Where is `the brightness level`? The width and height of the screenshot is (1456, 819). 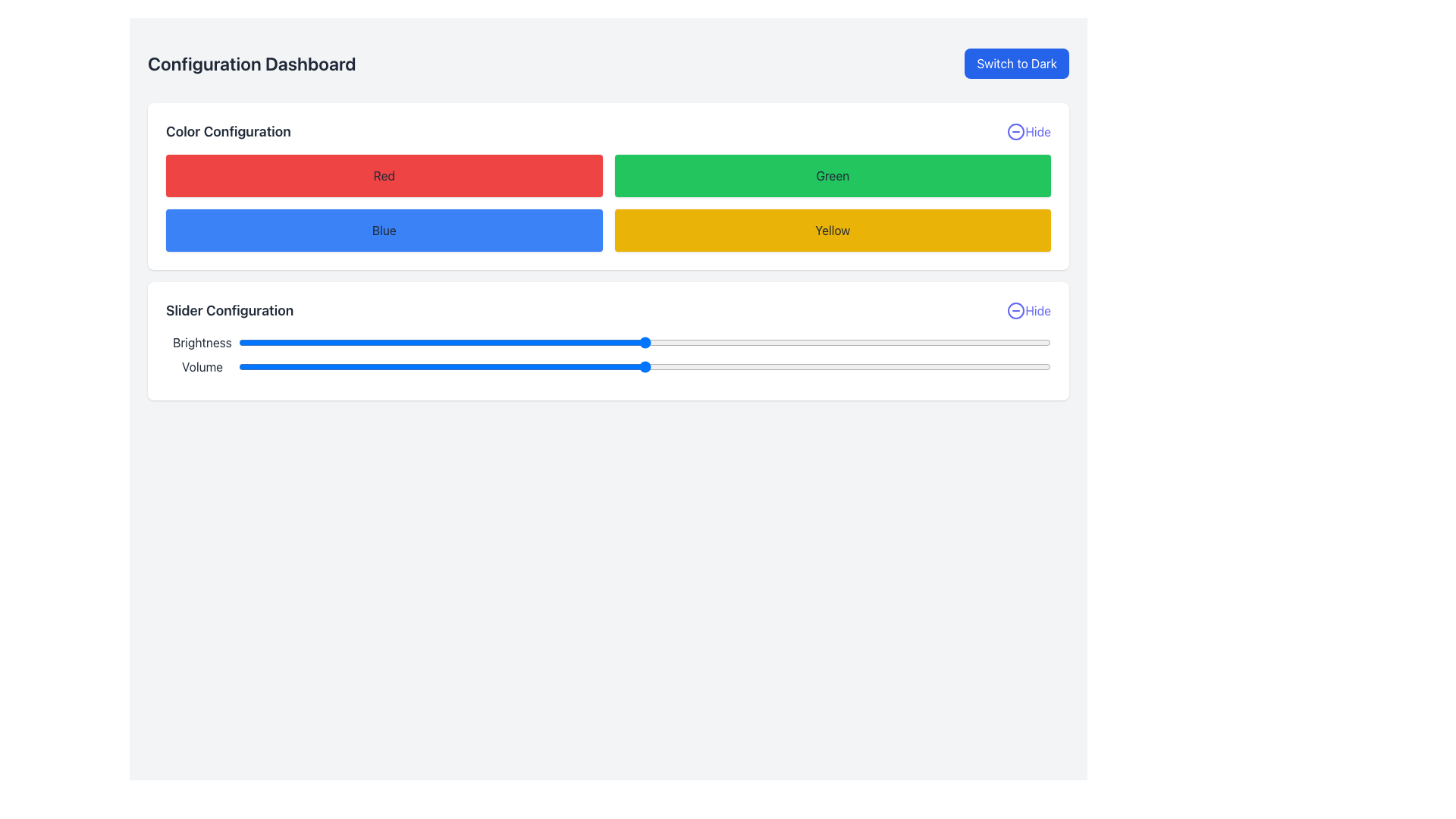
the brightness level is located at coordinates (539, 342).